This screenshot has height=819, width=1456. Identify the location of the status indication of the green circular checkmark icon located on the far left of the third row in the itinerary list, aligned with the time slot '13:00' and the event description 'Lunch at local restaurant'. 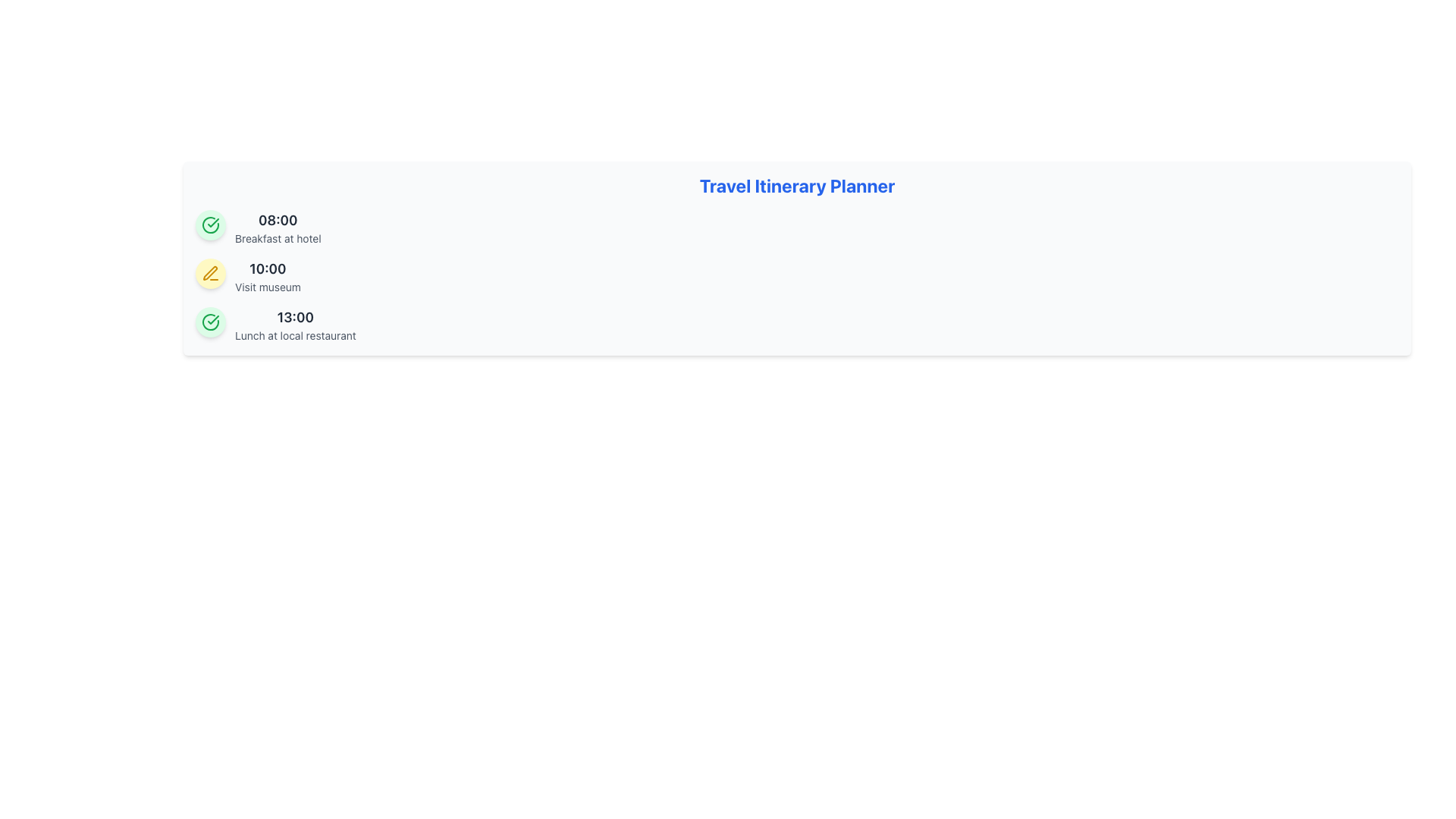
(210, 225).